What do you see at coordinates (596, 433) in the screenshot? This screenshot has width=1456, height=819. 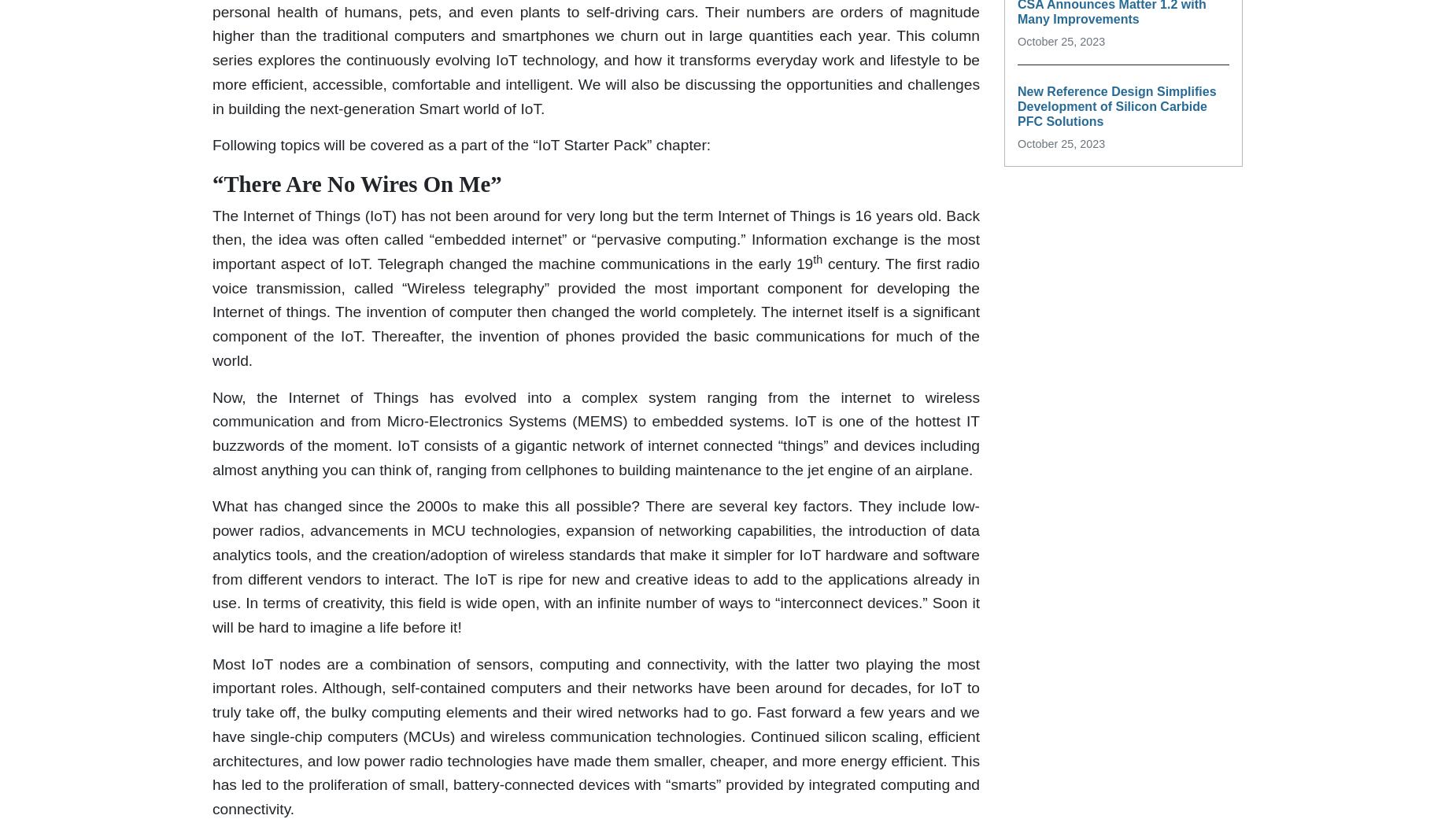 I see `'Now, the Internet of Things has evolved into a complex system ranging from the internet to wireless communication and from Micro-Electronics Systems (MEMS) to embedded systems. IoT is one of the hottest IT buzzwords of the moment. IoT consists of a gigantic network of internet connected “things” and devices including almost anything you can think of, ranging from cellphones to building maintenance to the jet engine of an airplane.'` at bounding box center [596, 433].